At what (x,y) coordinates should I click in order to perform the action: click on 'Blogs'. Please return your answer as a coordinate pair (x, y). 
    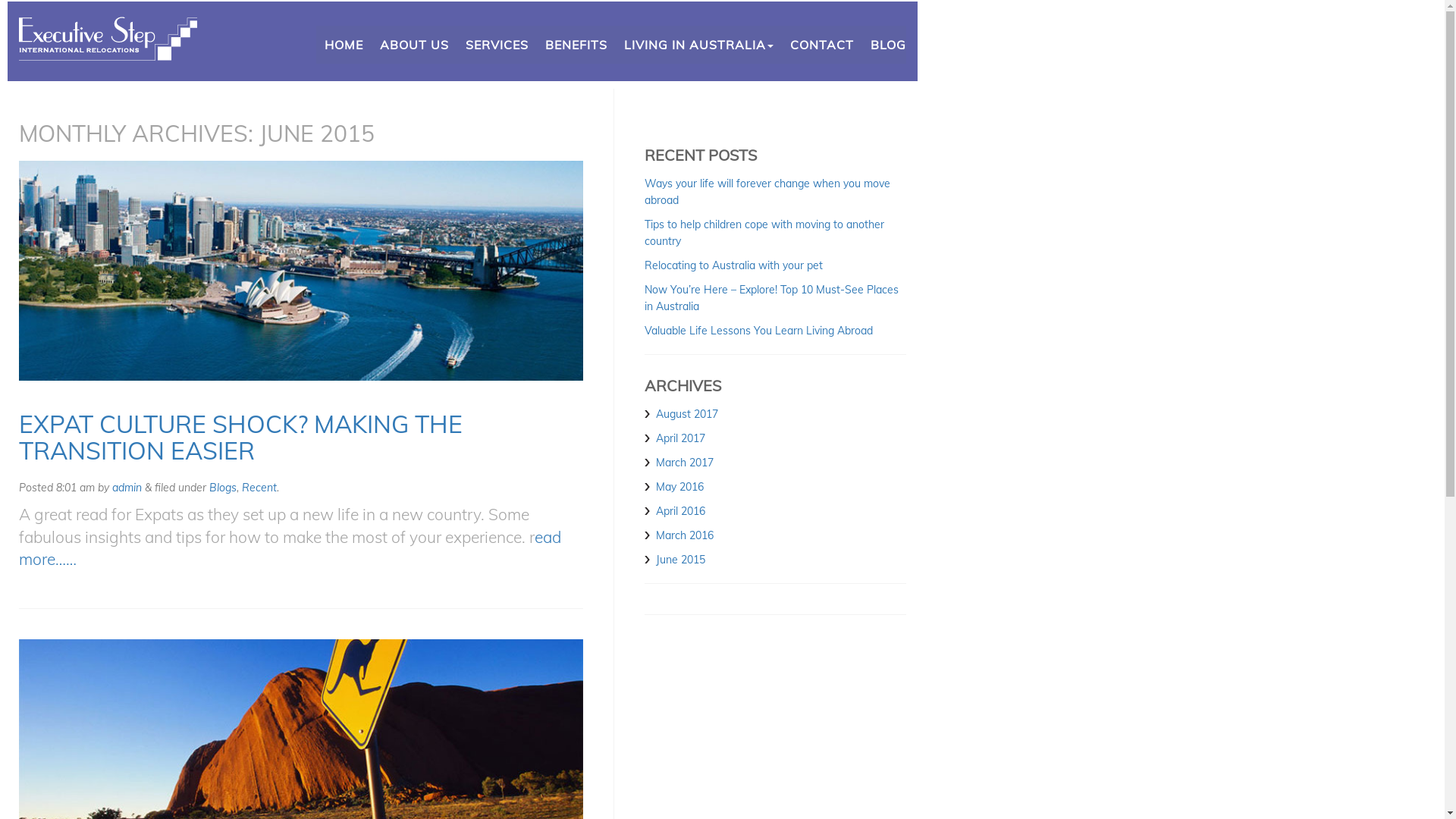
    Looking at the image, I should click on (221, 488).